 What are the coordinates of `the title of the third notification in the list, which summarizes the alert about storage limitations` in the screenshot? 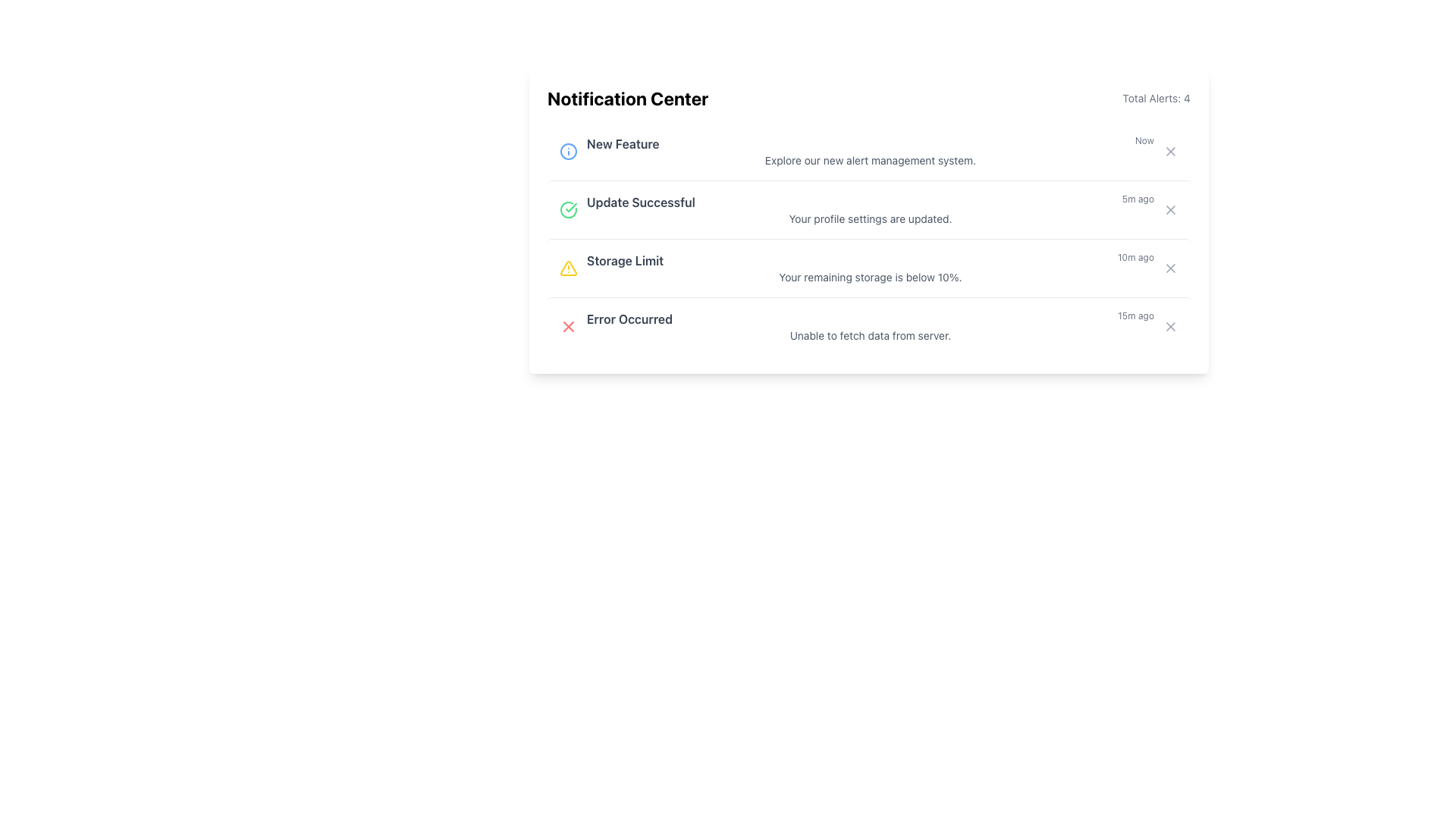 It's located at (625, 259).